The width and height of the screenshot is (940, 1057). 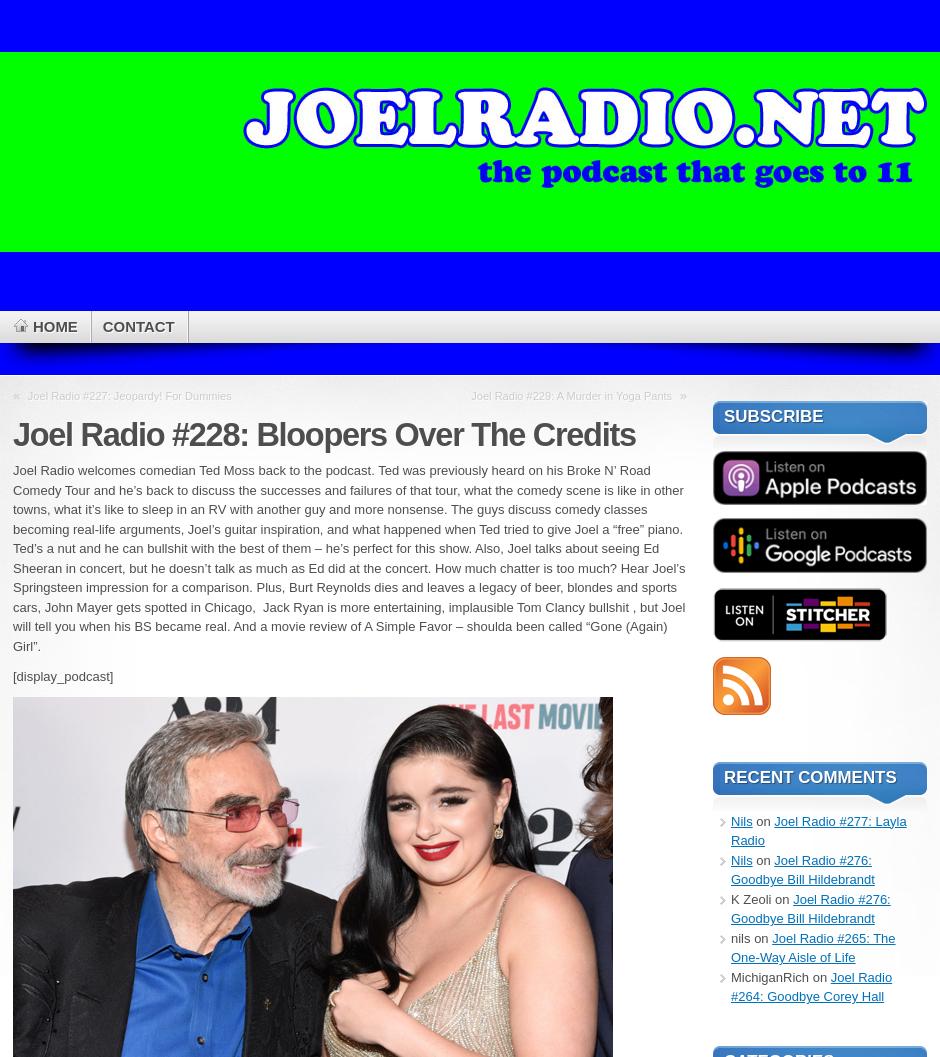 What do you see at coordinates (772, 414) in the screenshot?
I see `'Subscribe'` at bounding box center [772, 414].